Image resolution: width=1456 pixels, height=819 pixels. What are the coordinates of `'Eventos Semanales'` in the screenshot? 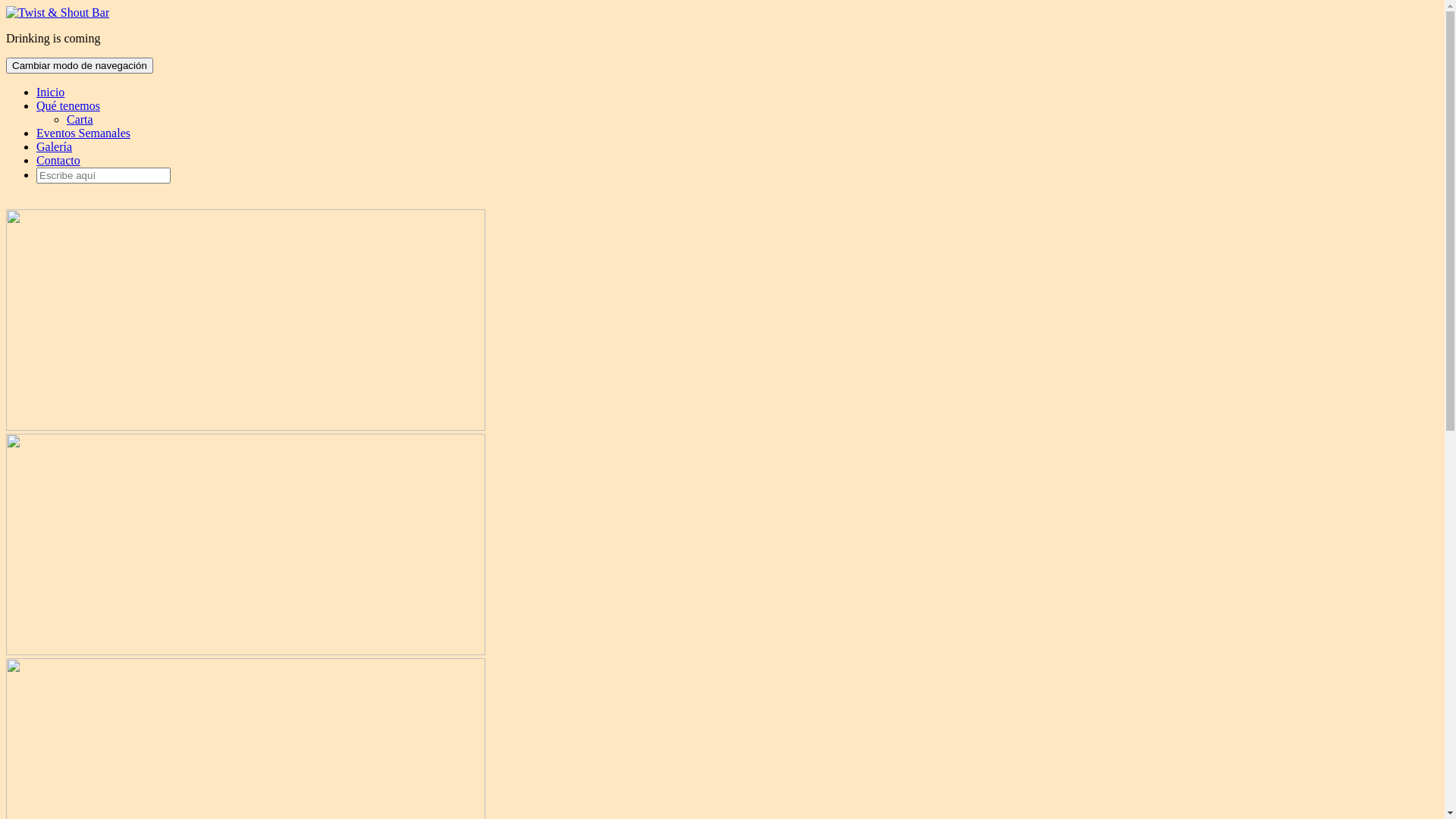 It's located at (83, 132).